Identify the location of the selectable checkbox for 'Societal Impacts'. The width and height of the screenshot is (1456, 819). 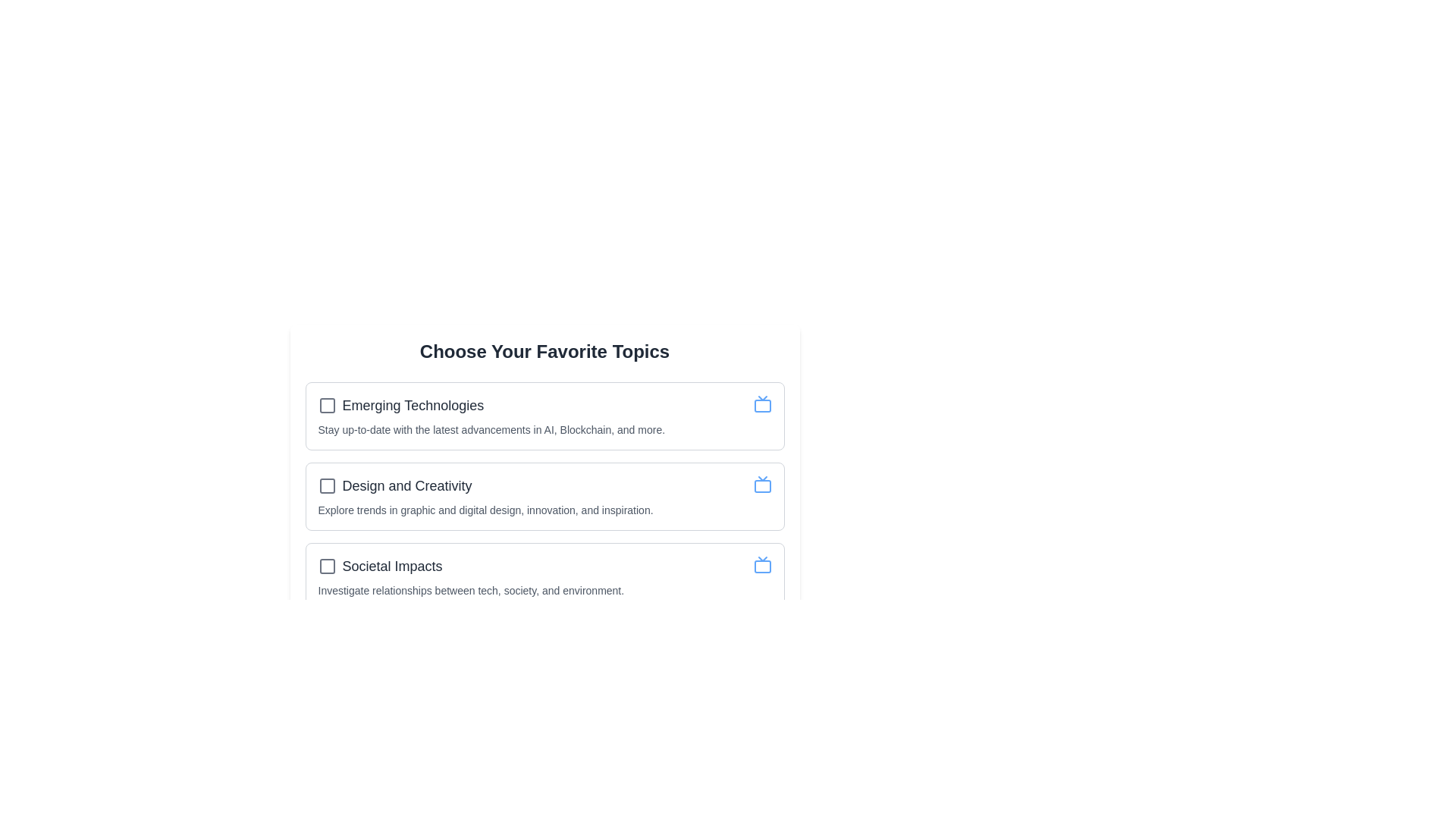
(326, 566).